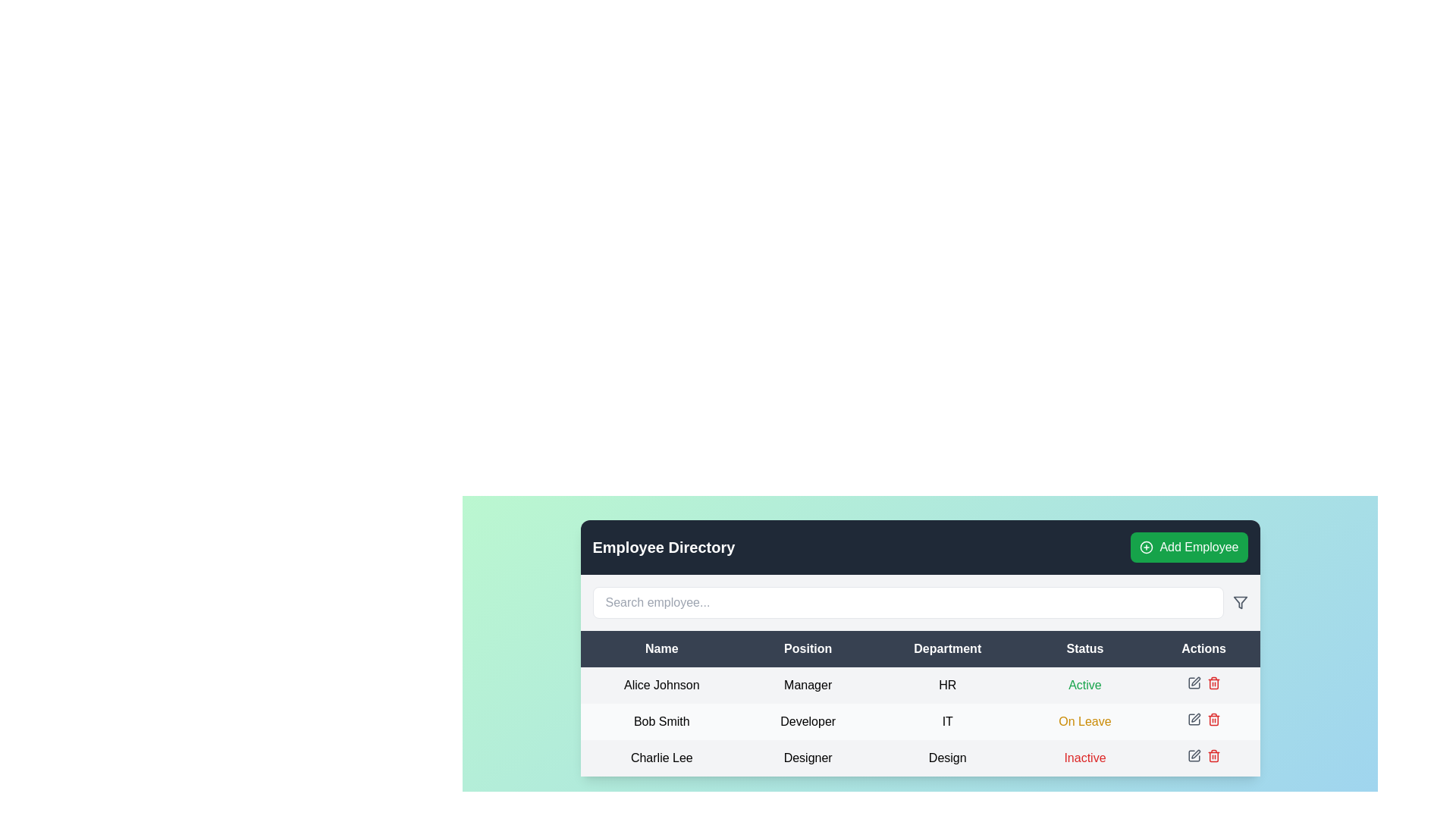 The height and width of the screenshot is (819, 1456). Describe the element at coordinates (1213, 683) in the screenshot. I see `the delete icon in the 'Actions' column of the third row of the table` at that location.